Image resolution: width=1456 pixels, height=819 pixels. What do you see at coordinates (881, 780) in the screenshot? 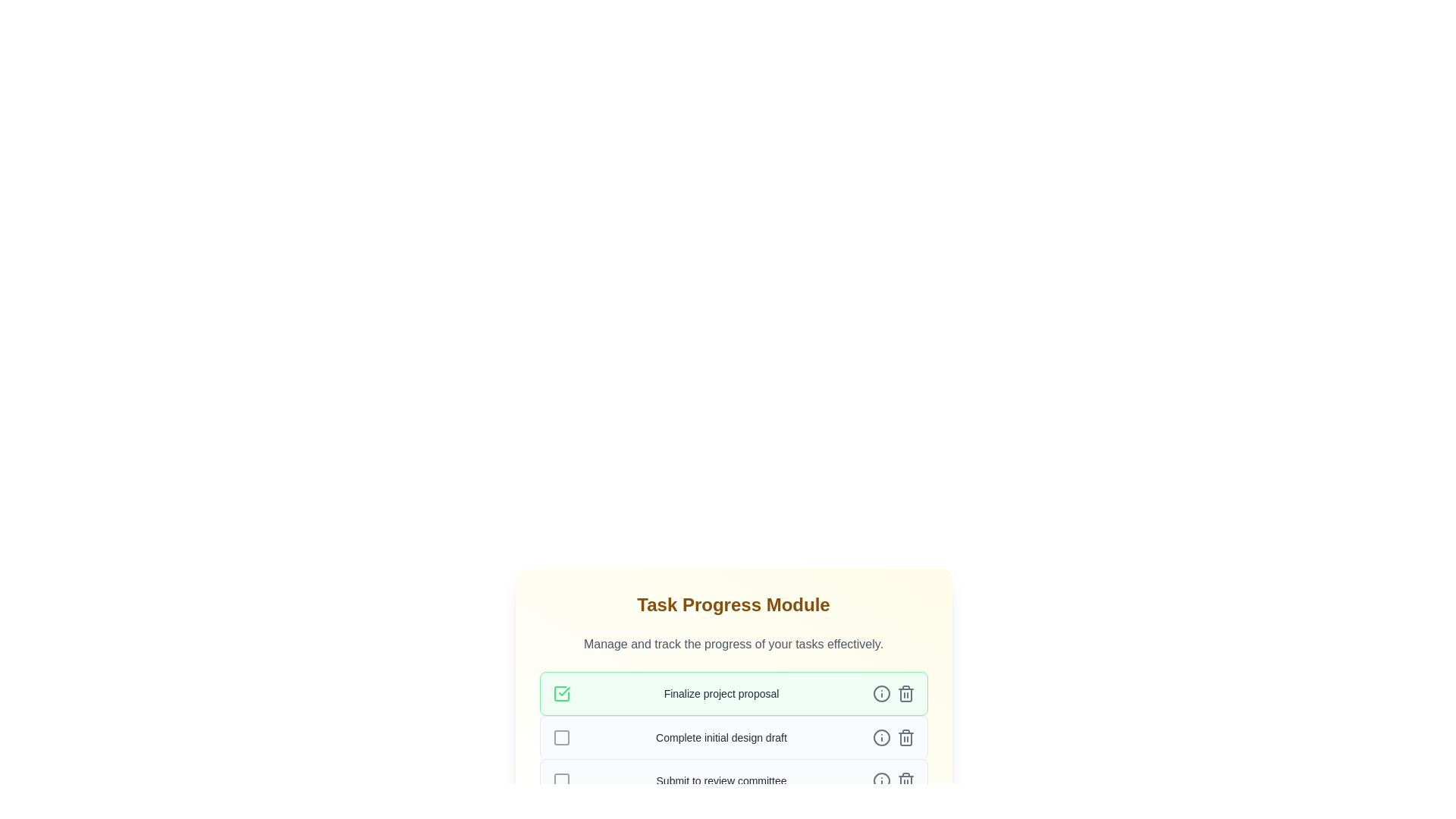
I see `the circular SVG graphic icon located at the bottom-right corner of the interface, which has a thin line stroke forming its boundary` at bounding box center [881, 780].